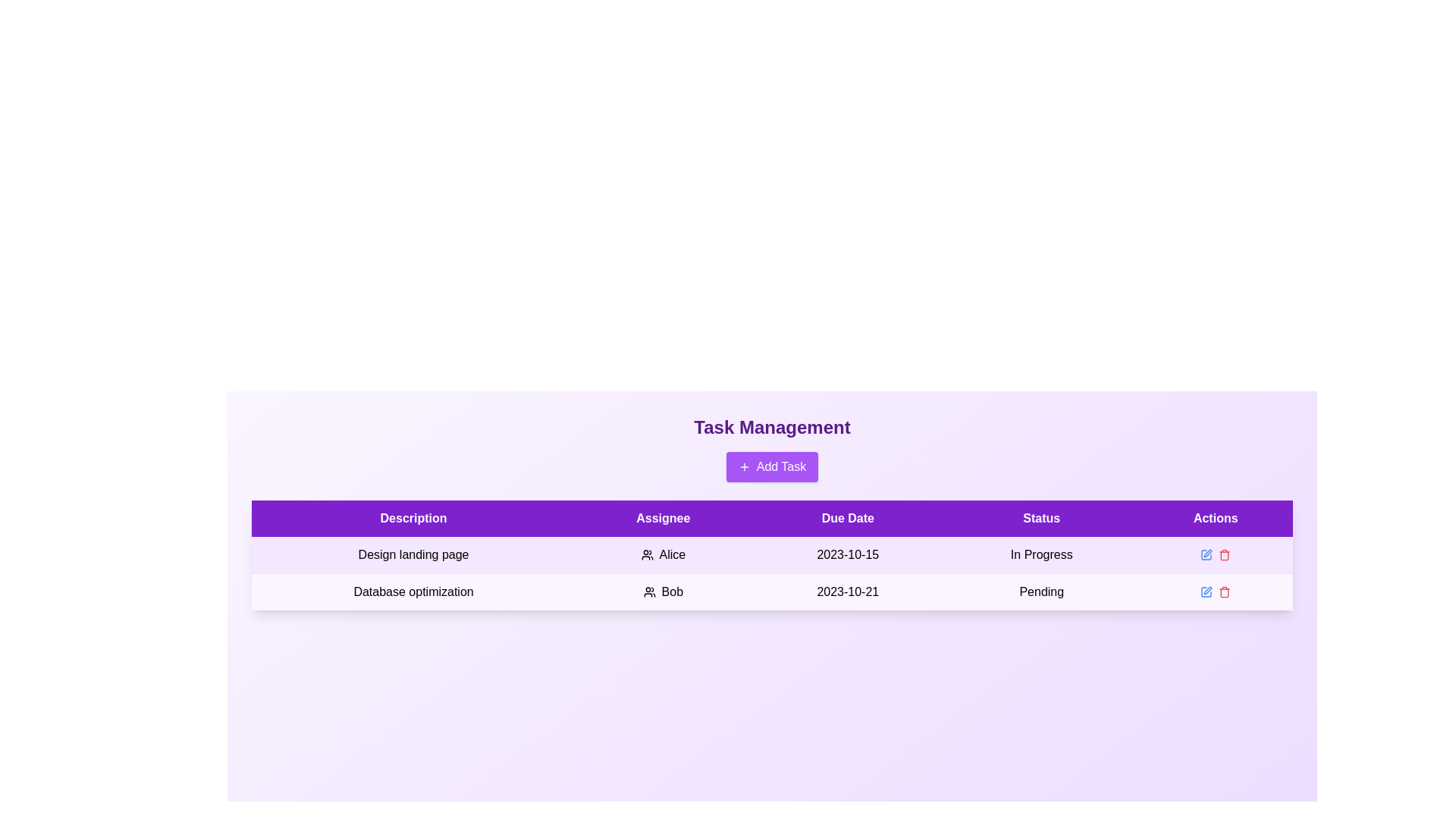 The image size is (1456, 819). What do you see at coordinates (649, 591) in the screenshot?
I see `the user group icon associated with the name 'Bob' located in the 'Assignee' section of the table` at bounding box center [649, 591].